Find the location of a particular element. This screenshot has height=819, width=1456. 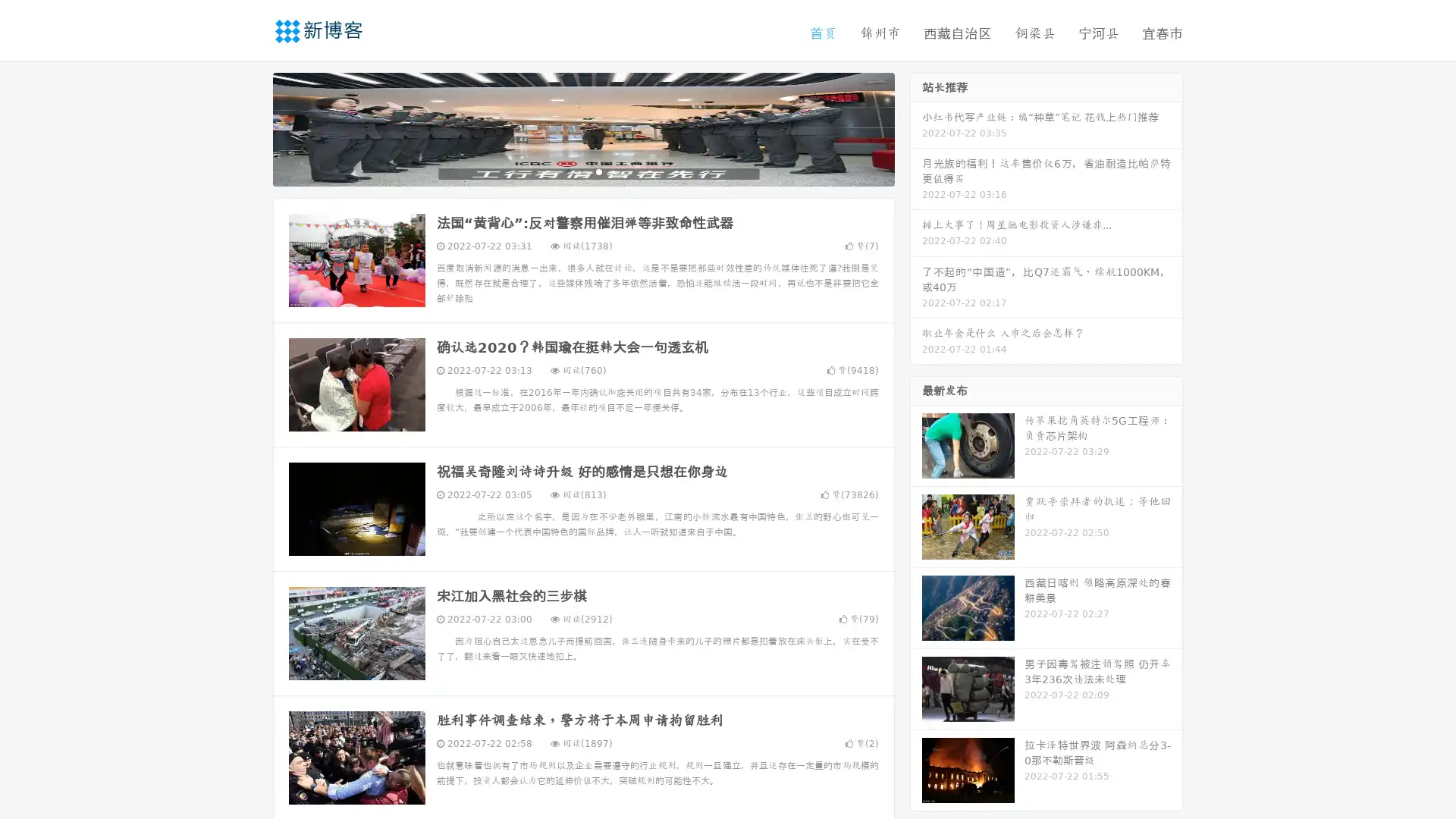

Previous slide is located at coordinates (250, 127).